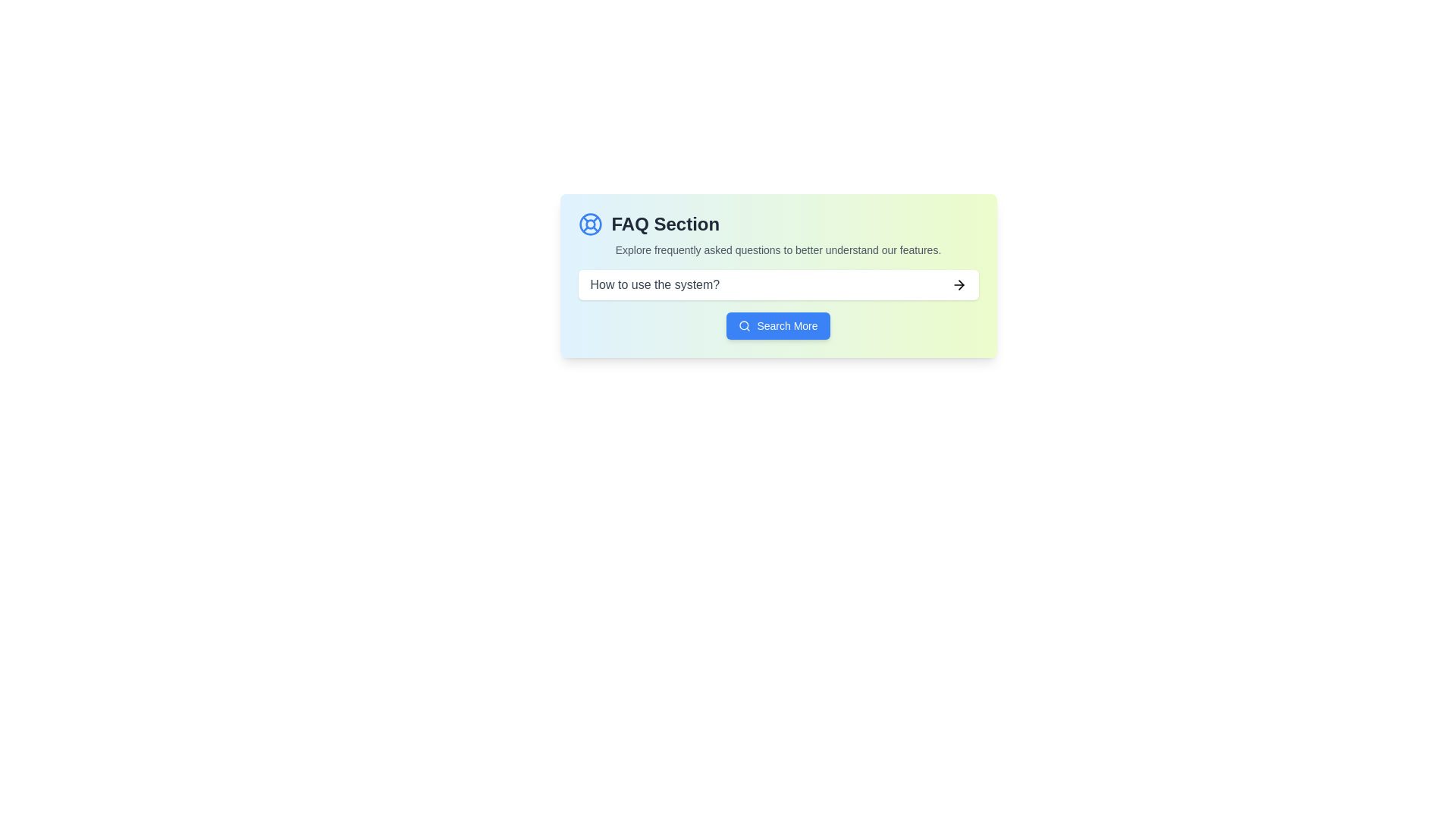 The height and width of the screenshot is (819, 1456). What do you see at coordinates (744, 325) in the screenshot?
I see `the circular icon within the magnifying glass graphic located in the bottom-right corner of the FAQ card` at bounding box center [744, 325].